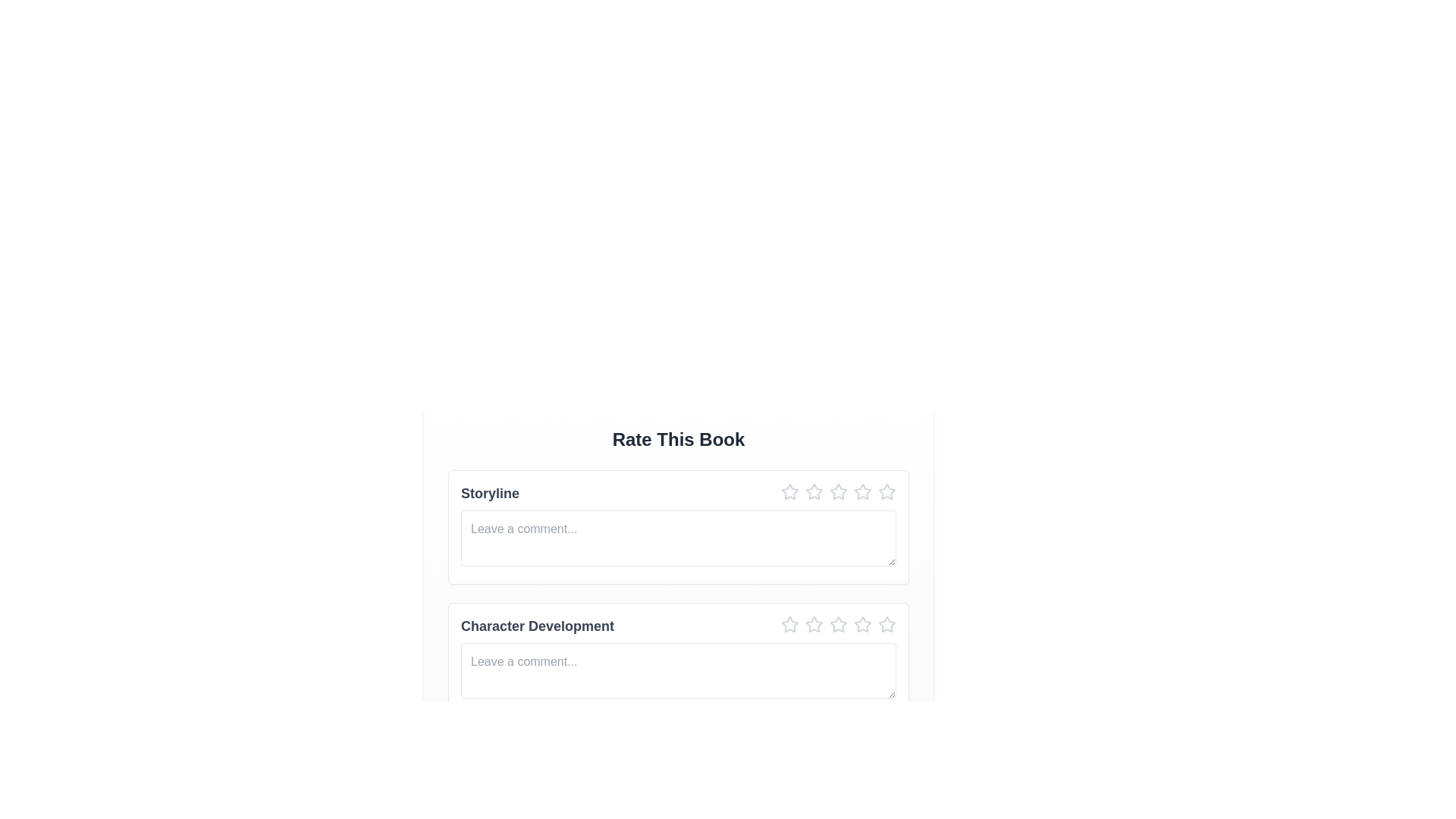  Describe the element at coordinates (887, 491) in the screenshot. I see `the fifth star icon button` at that location.